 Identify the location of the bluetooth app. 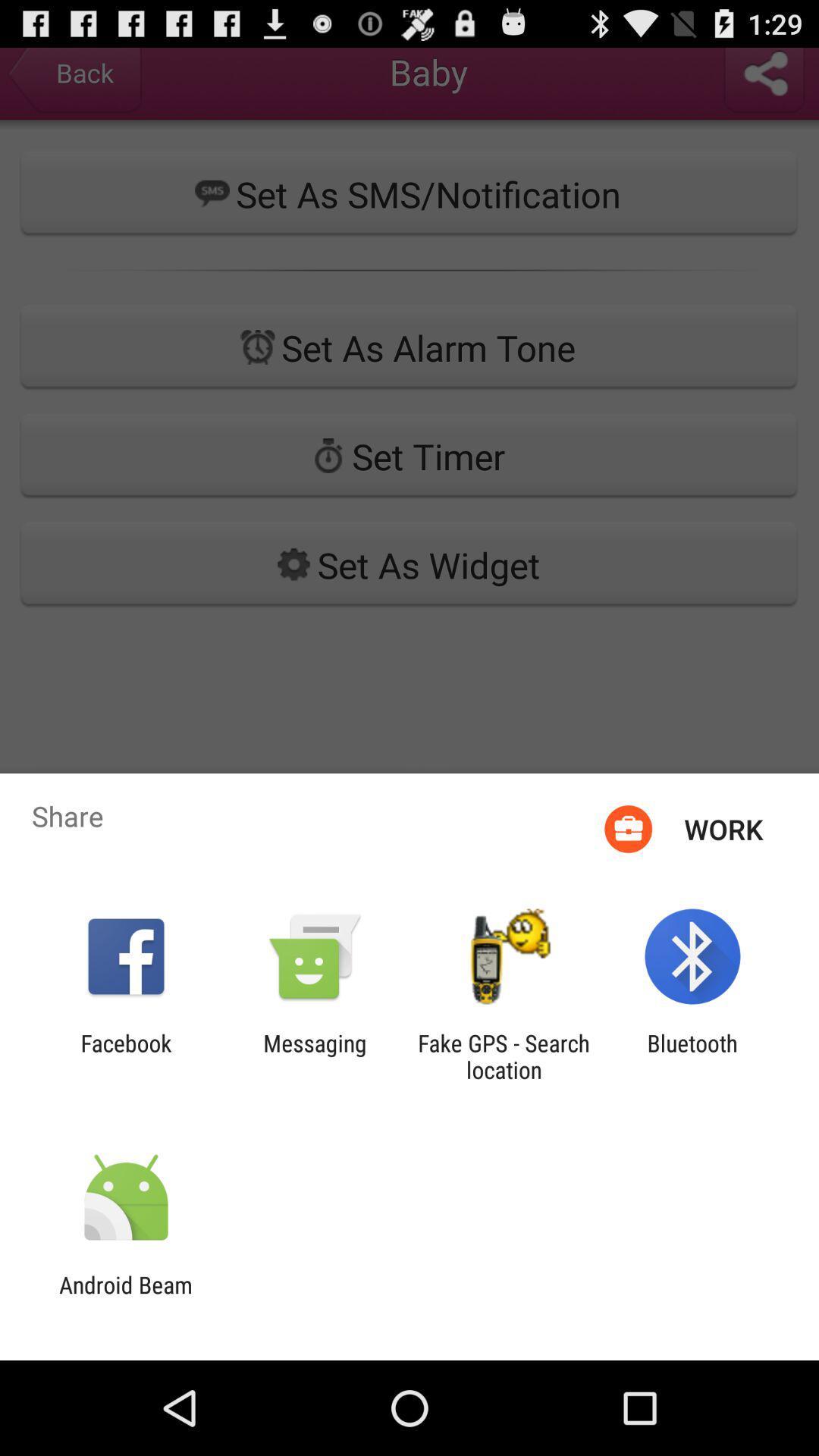
(692, 1056).